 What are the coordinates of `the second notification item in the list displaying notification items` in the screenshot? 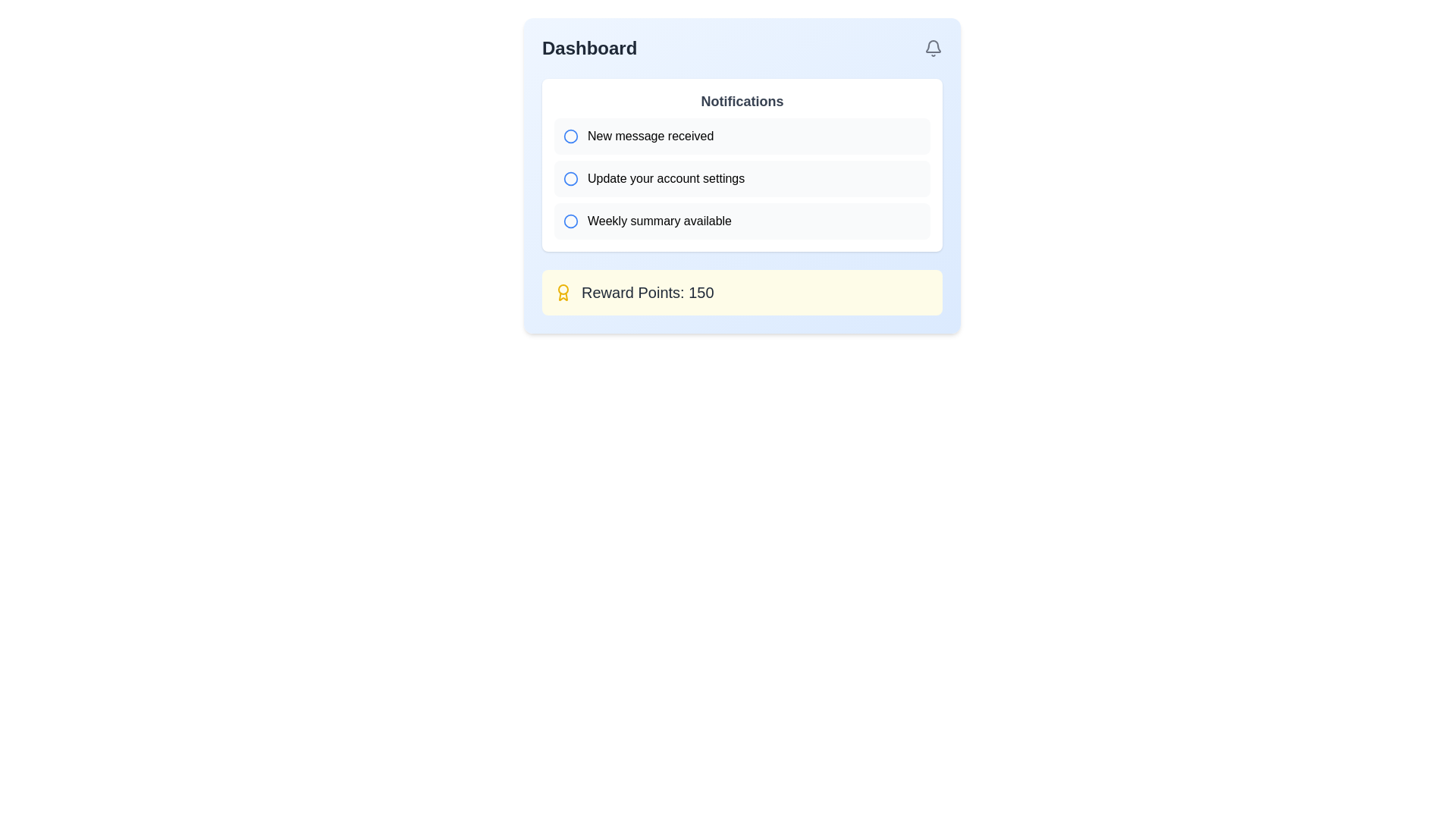 It's located at (742, 177).